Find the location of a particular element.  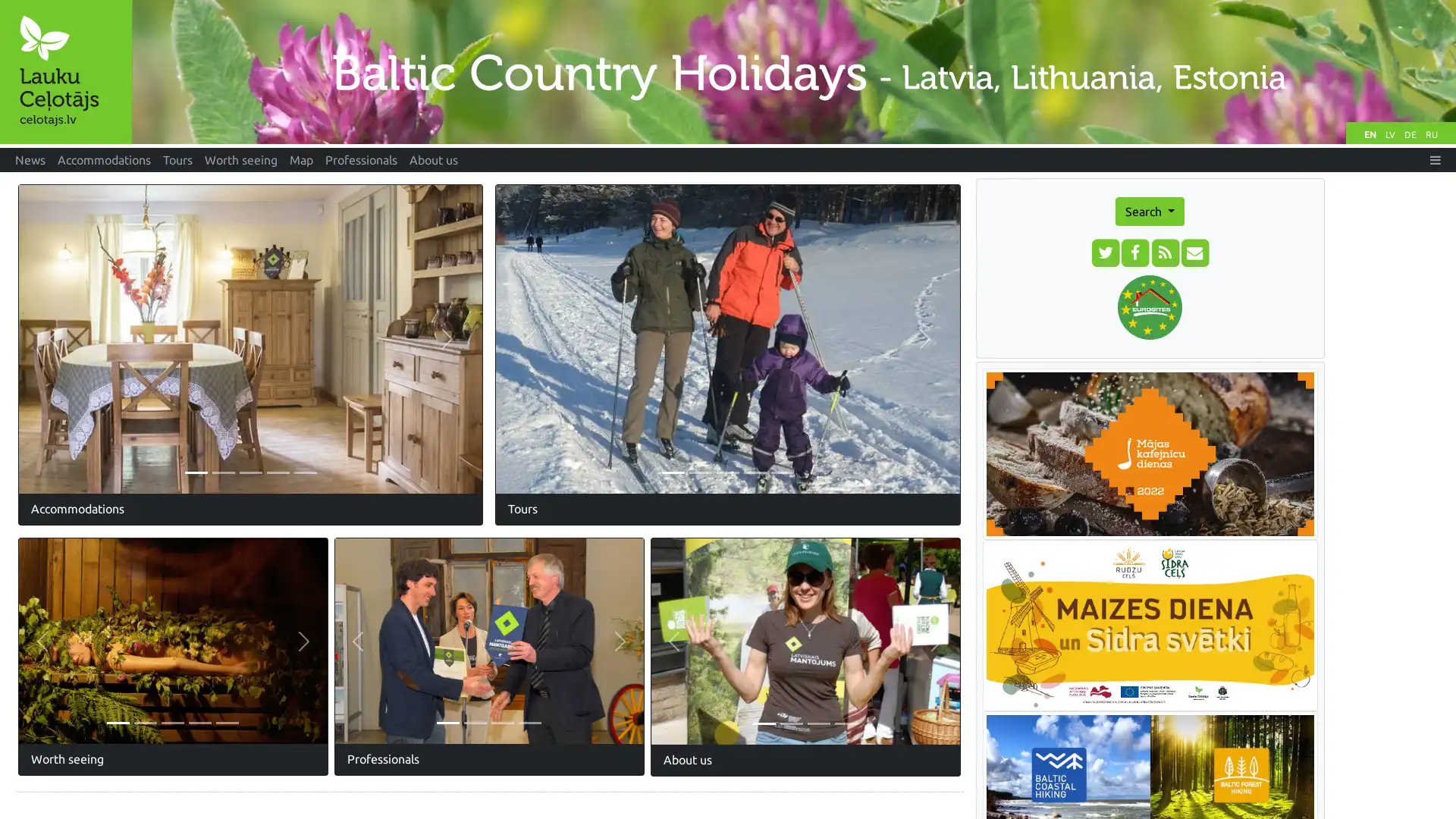

Previous is located at coordinates (531, 338).